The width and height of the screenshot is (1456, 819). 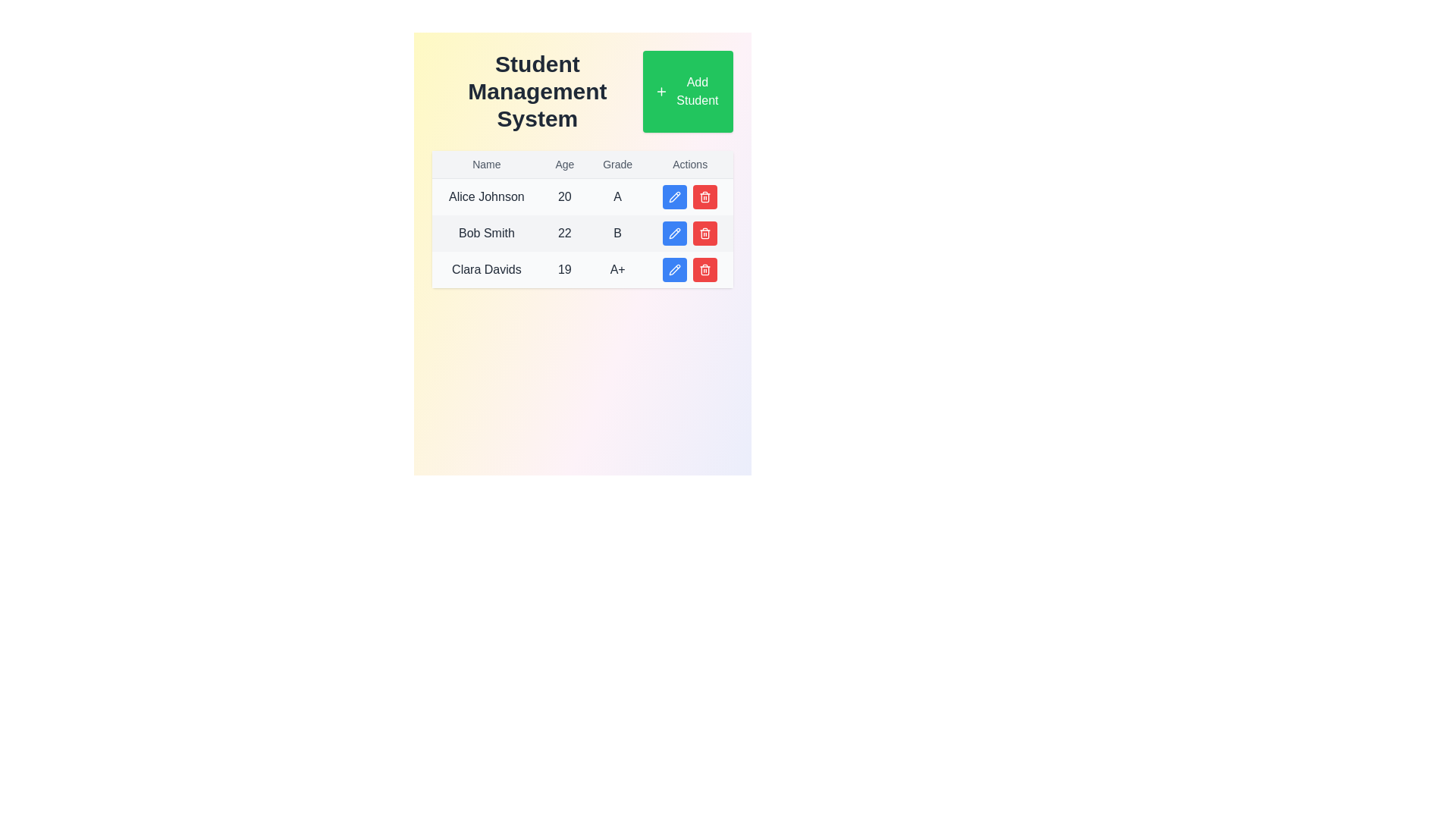 I want to click on the 'Name' column header text label in the table, which is the first column header preceding 'Age', 'Grade', and 'Actions', so click(x=486, y=165).